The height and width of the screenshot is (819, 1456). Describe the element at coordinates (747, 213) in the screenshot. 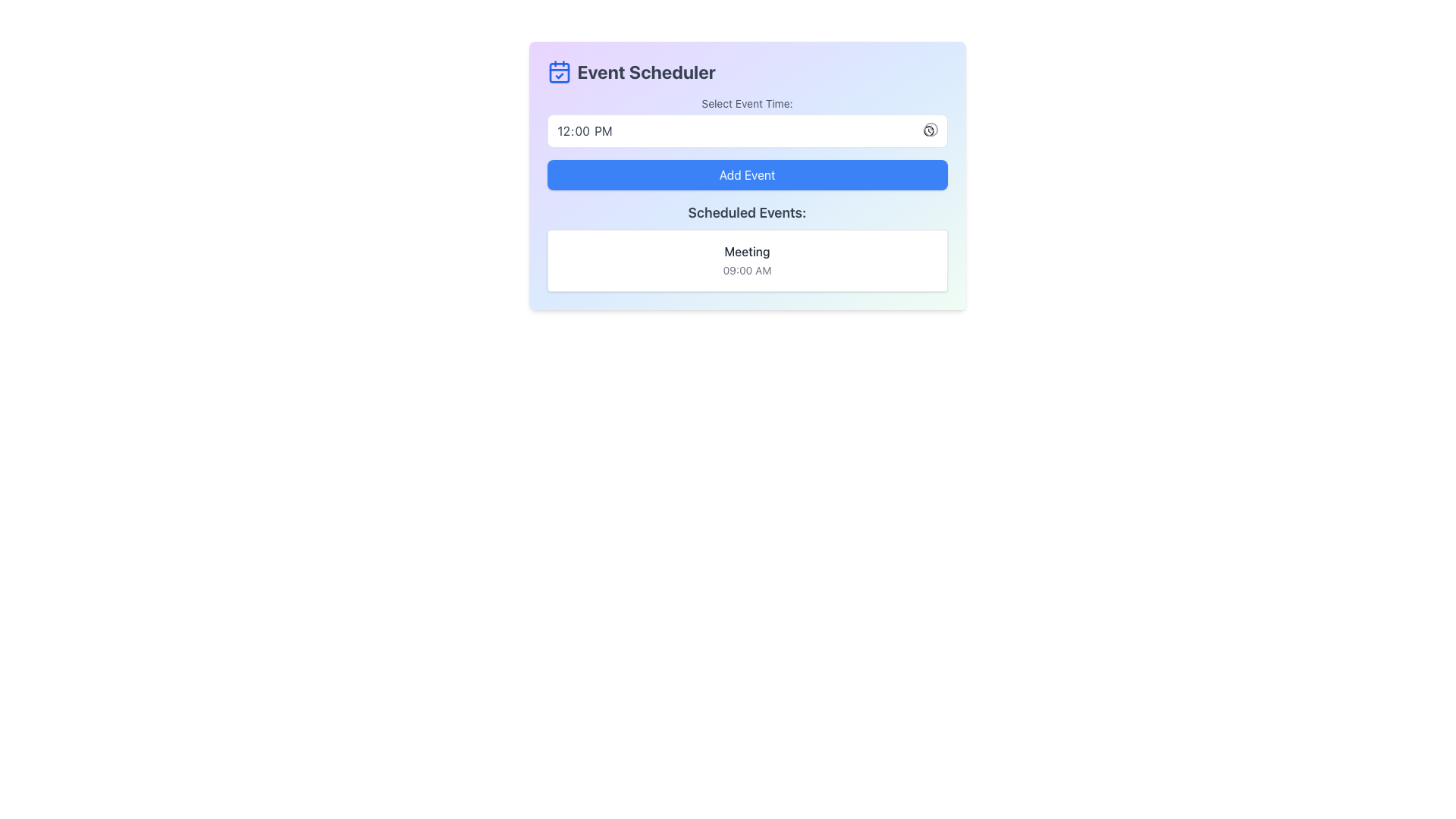

I see `text from the bold, gray-colored label that says 'Scheduled Events:' positioned below the 'Add Event' button and above the 'Meeting' entry` at that location.